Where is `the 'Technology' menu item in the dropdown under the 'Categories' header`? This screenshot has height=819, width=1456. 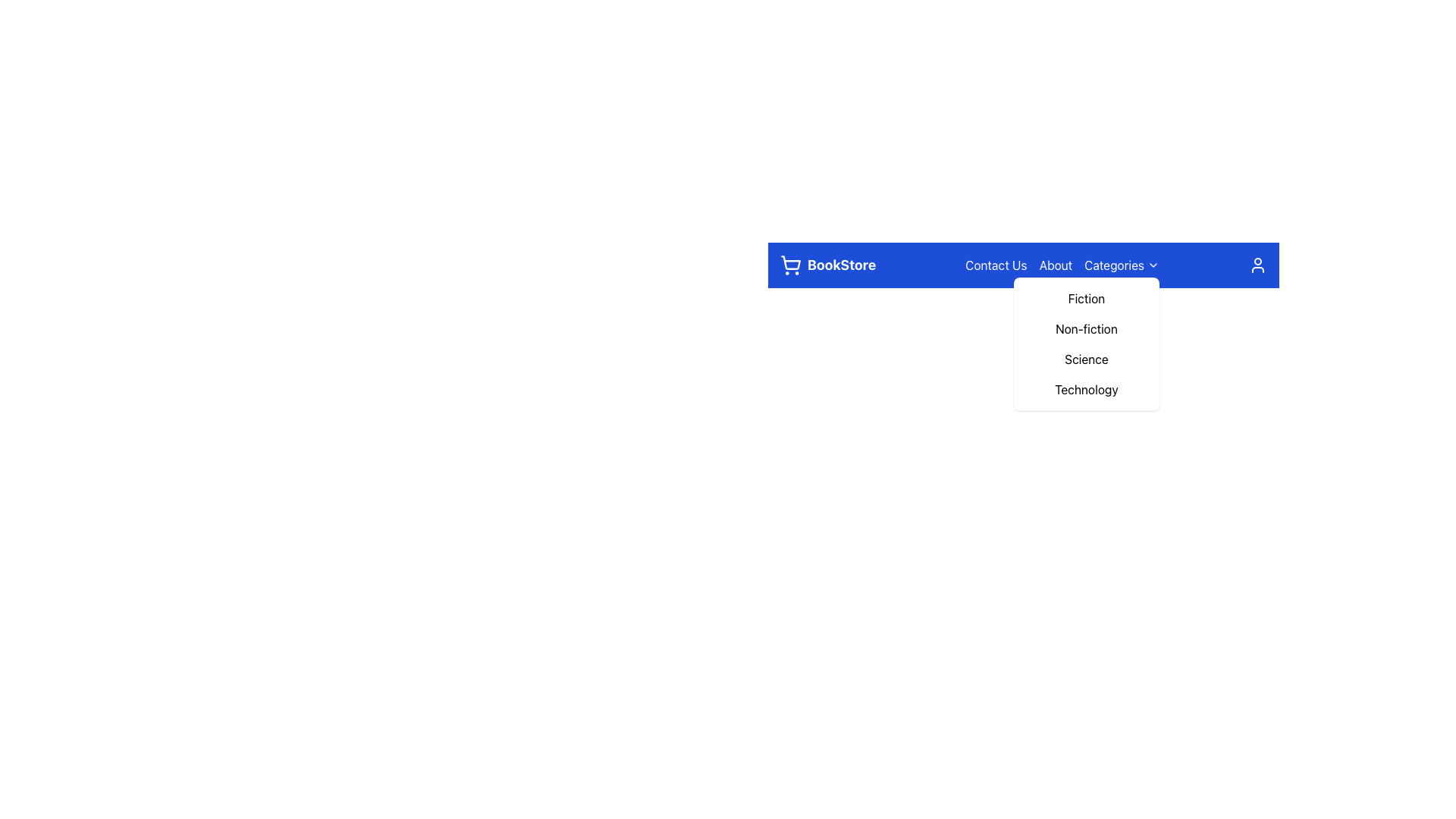 the 'Technology' menu item in the dropdown under the 'Categories' header is located at coordinates (1085, 388).